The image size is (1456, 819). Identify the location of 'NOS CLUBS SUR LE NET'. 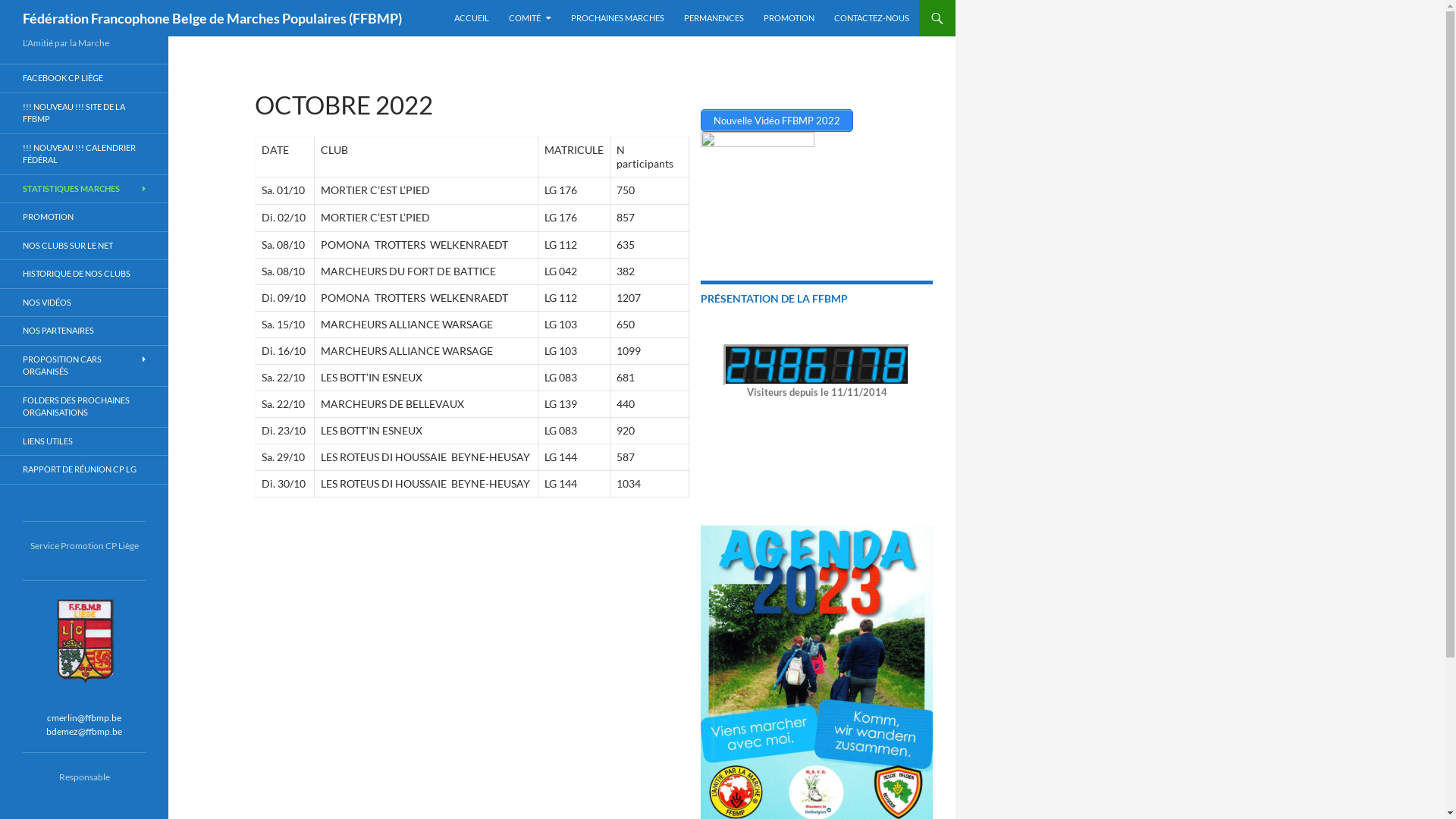
(83, 245).